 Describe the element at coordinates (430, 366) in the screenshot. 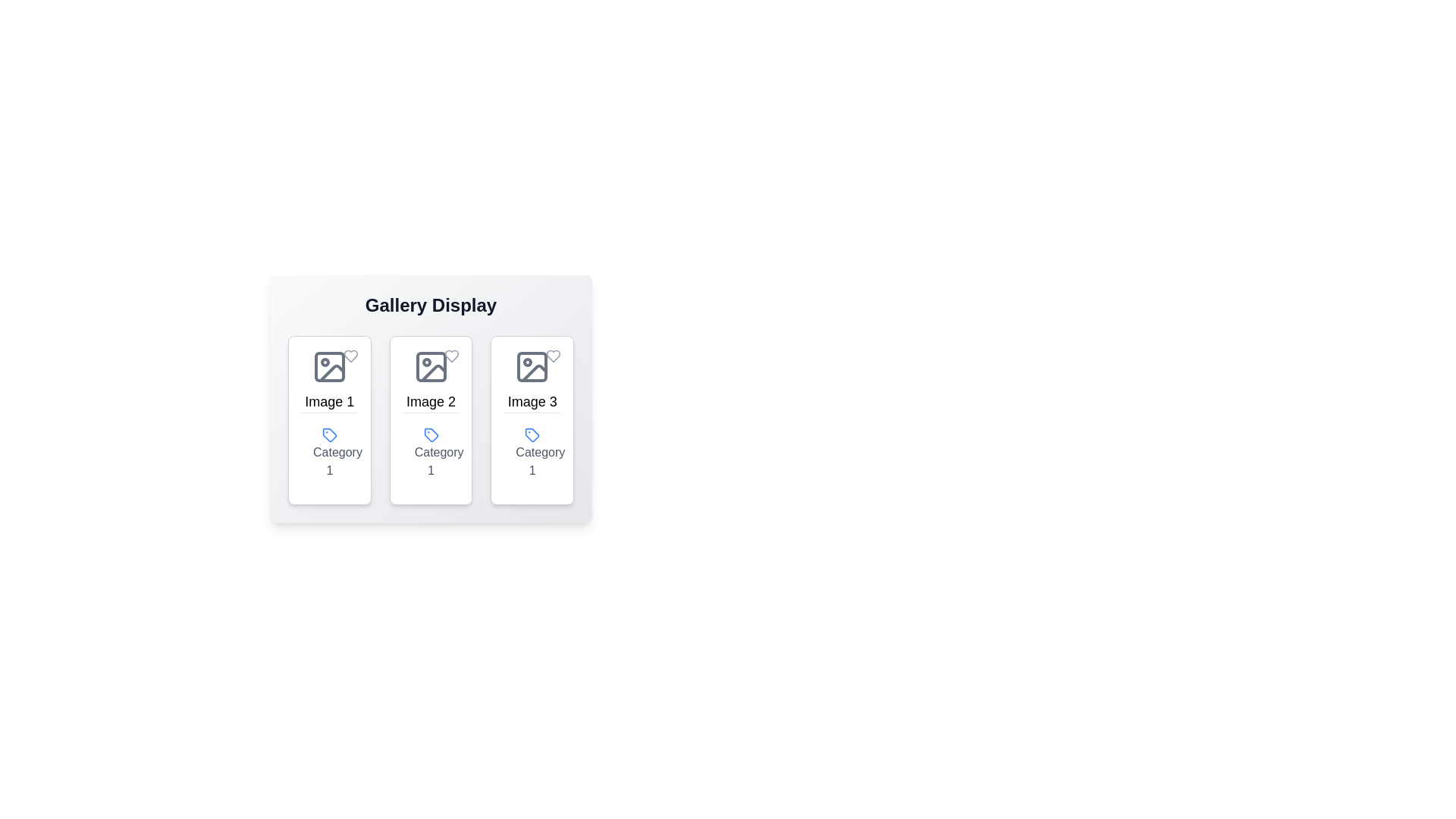

I see `the minimalistic picture frame icon located above the label 'Image 2'` at that location.